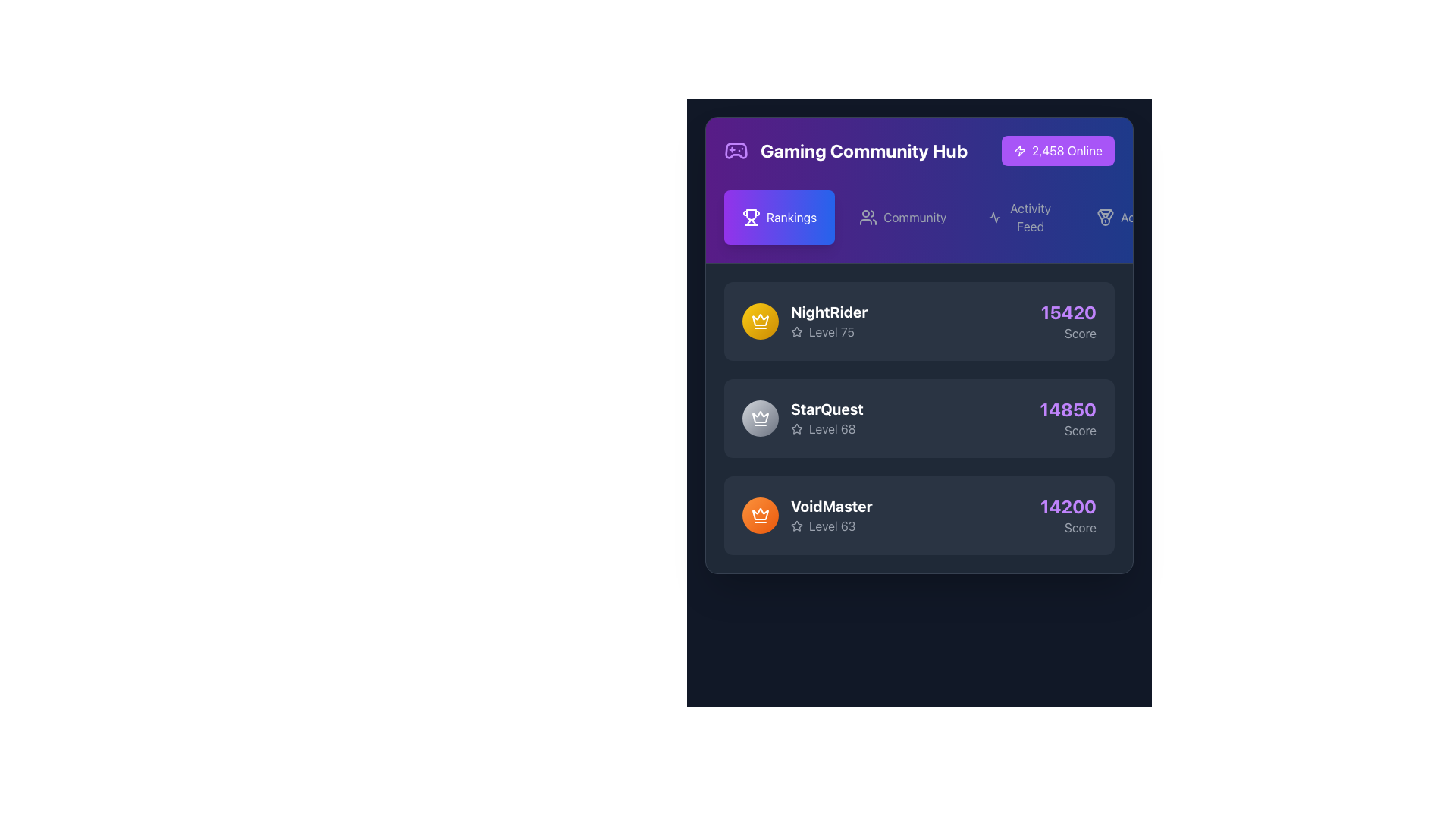 Image resolution: width=1456 pixels, height=819 pixels. Describe the element at coordinates (828, 331) in the screenshot. I see `the labeled icon displaying 'Level 75' with a decorative star icon, located below the username 'NightRider' in the leaderboard layout` at that location.